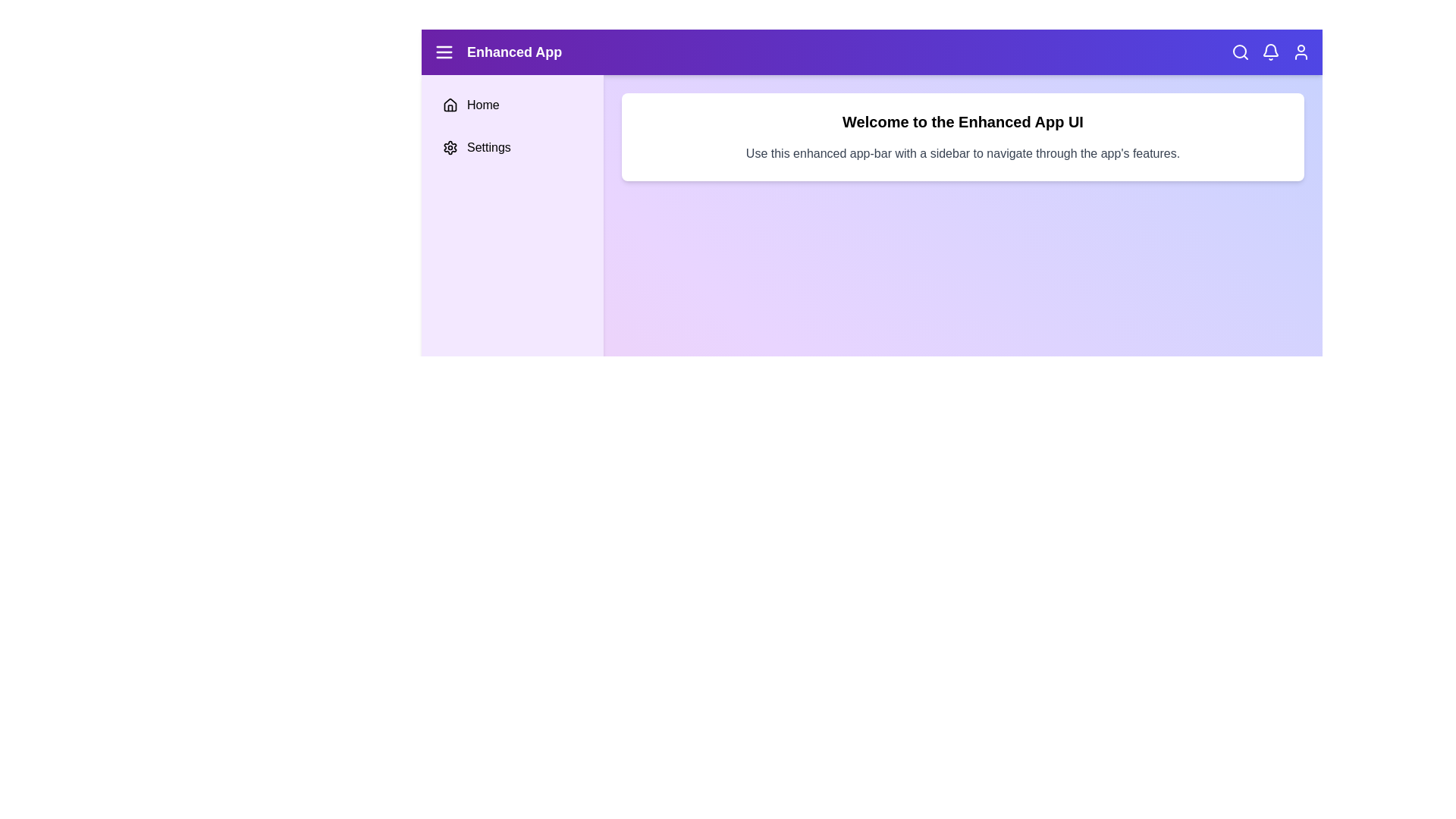  What do you see at coordinates (443, 52) in the screenshot?
I see `menu icon to toggle the sidebar visibility` at bounding box center [443, 52].